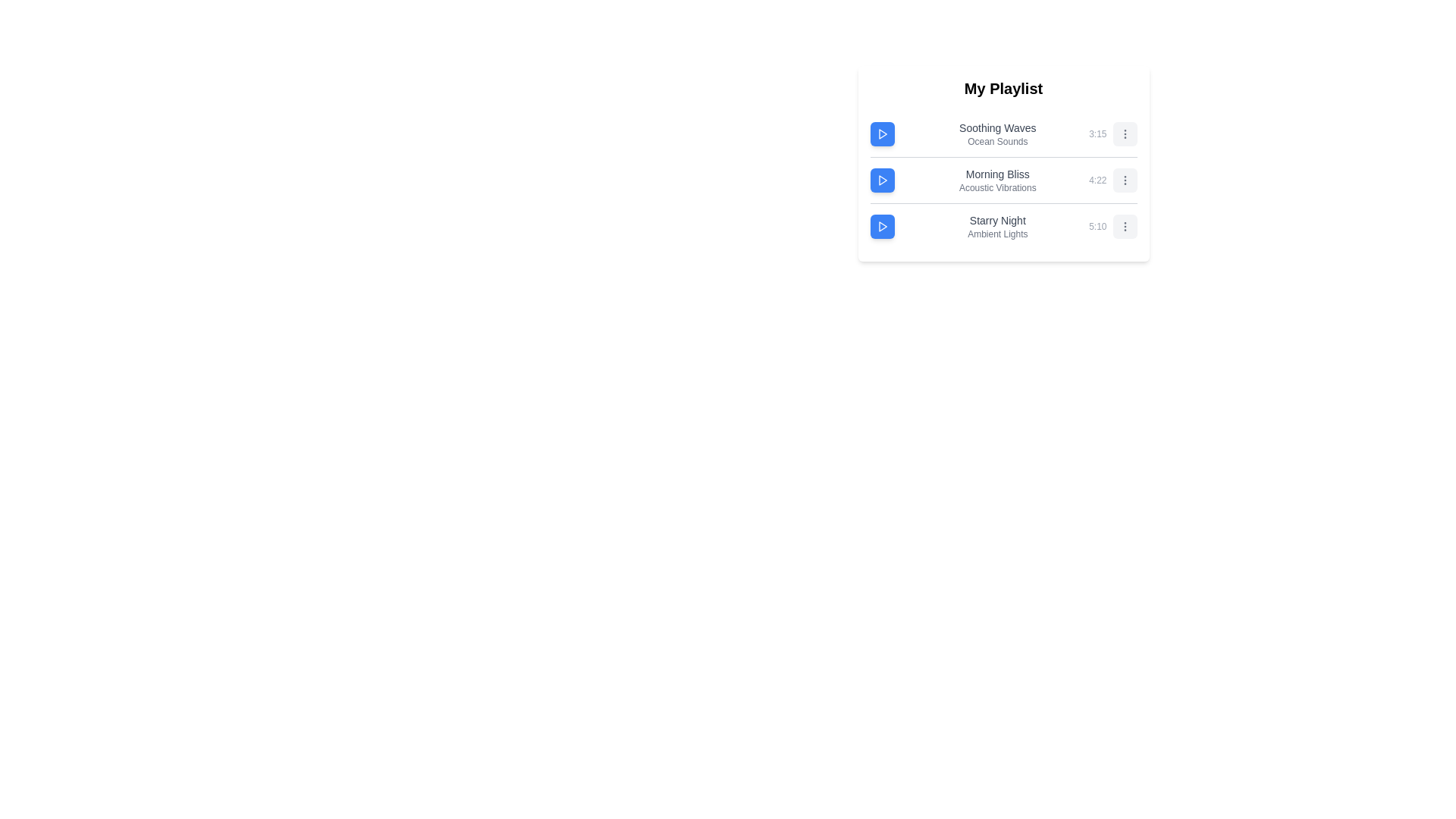  What do you see at coordinates (997, 180) in the screenshot?
I see `the text block displaying 'Morning Bliss' and 'Acoustic Vibrations', which is part of a playlist entry positioned between the duration '4:22' and a play button` at bounding box center [997, 180].